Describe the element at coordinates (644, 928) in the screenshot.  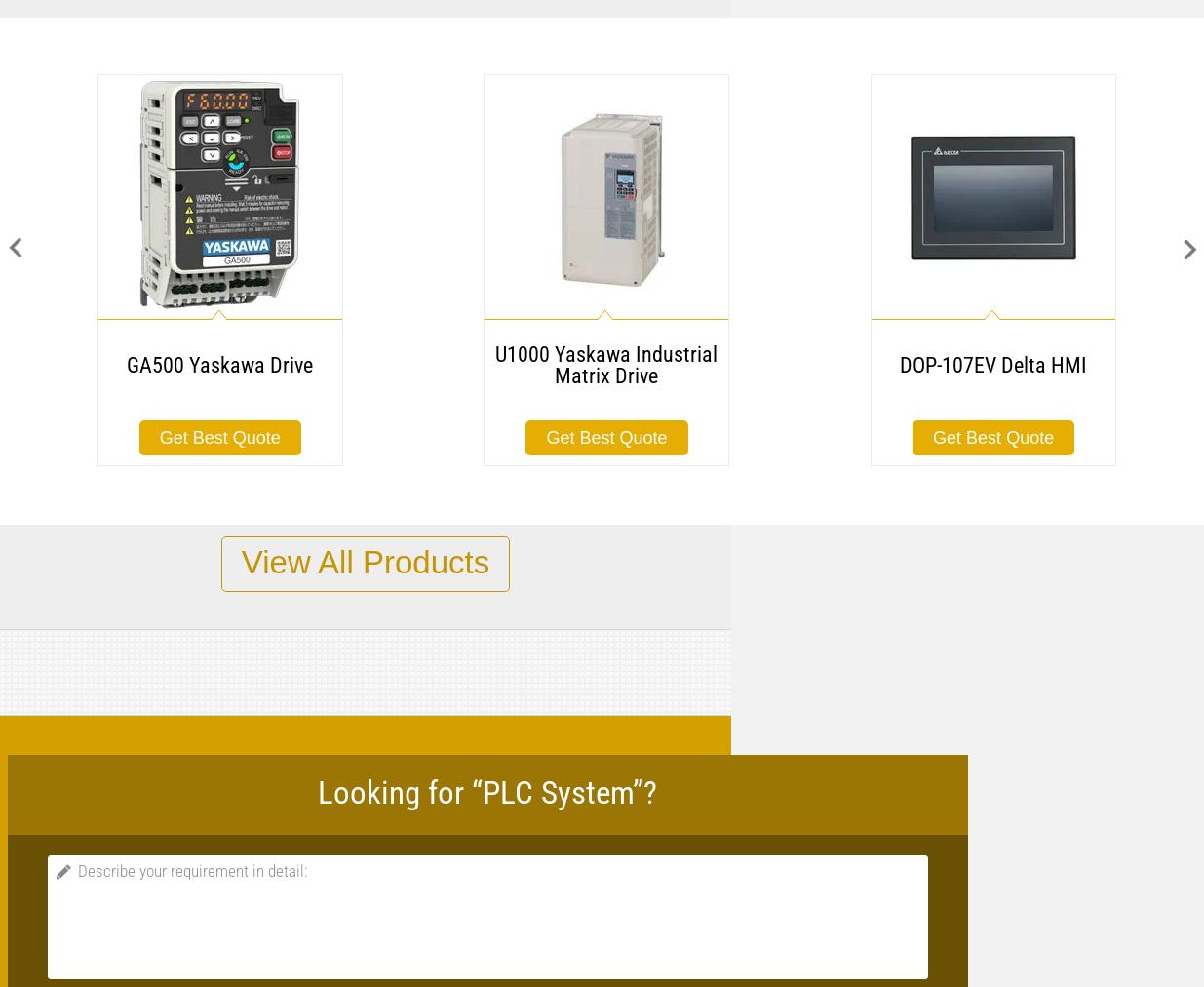
I see `'Simulator (optional): For simulating the integrated inputs and for testing the user program.'` at that location.